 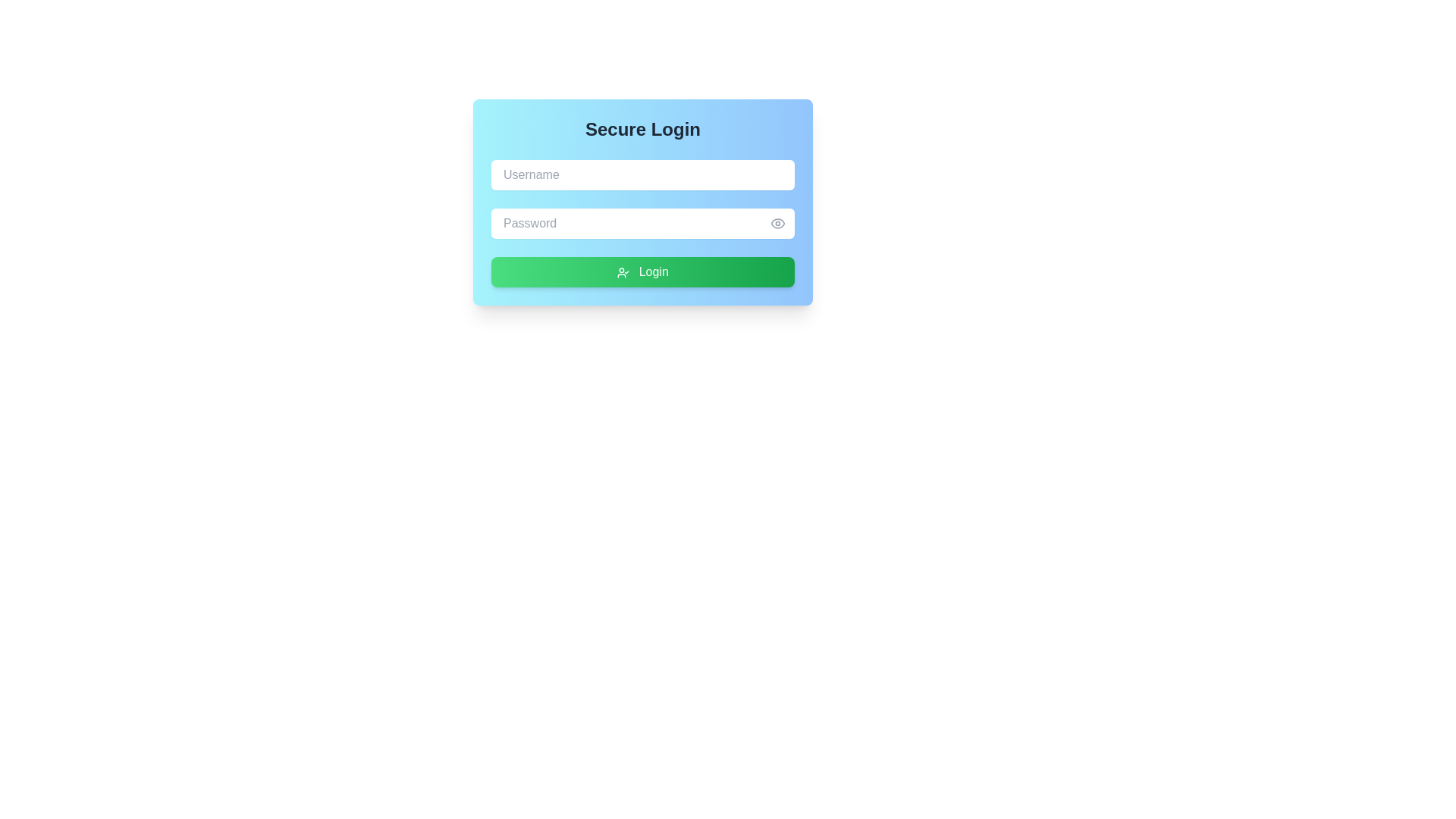 I want to click on the user-related action icon located to the left side of the 'Login' button, which indicates successful verification or approval, so click(x=623, y=271).